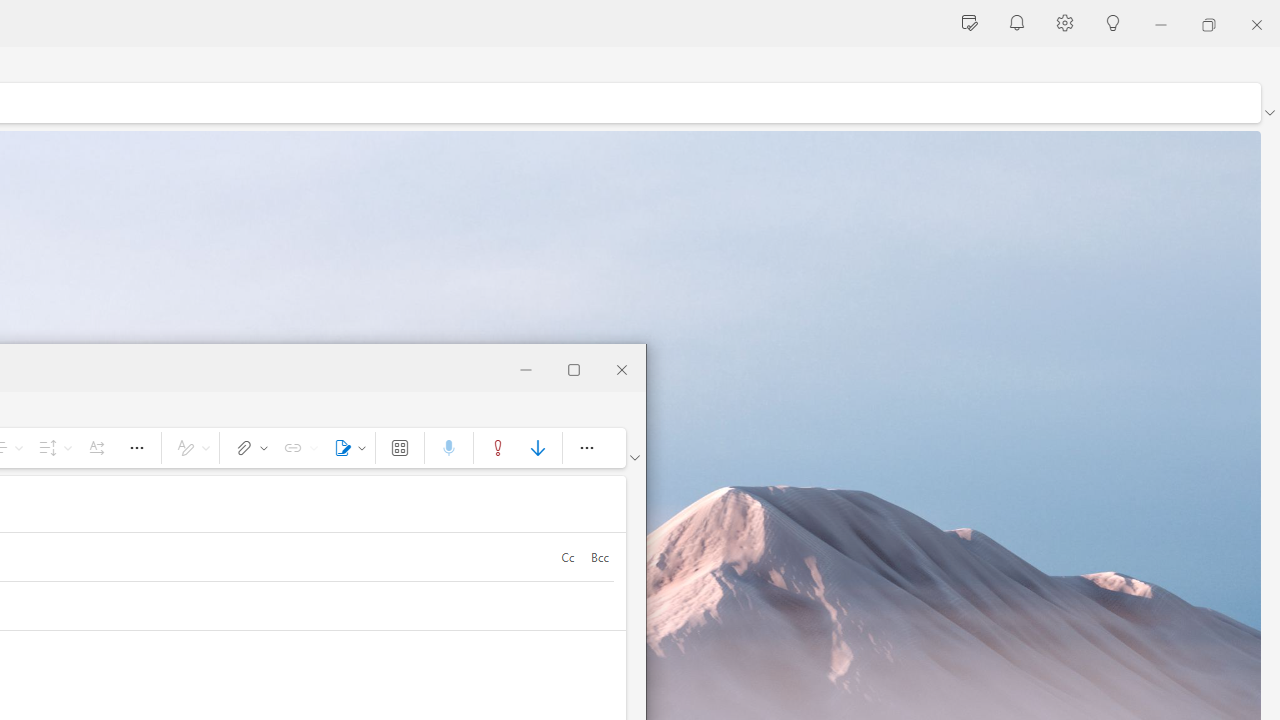 This screenshot has height=720, width=1280. I want to click on 'Dictate', so click(447, 446).